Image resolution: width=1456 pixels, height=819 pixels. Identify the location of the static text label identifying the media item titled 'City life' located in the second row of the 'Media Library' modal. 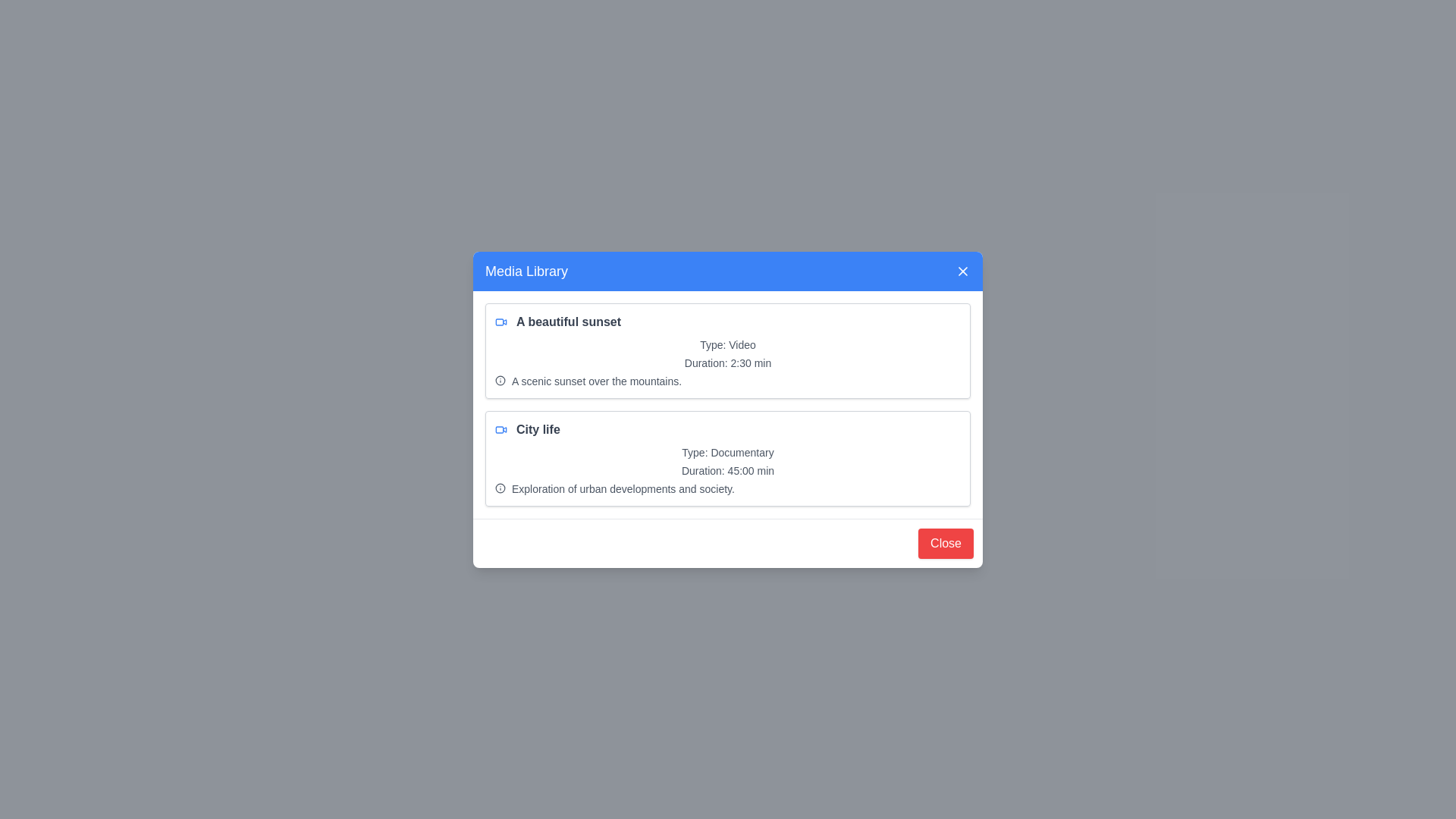
(538, 429).